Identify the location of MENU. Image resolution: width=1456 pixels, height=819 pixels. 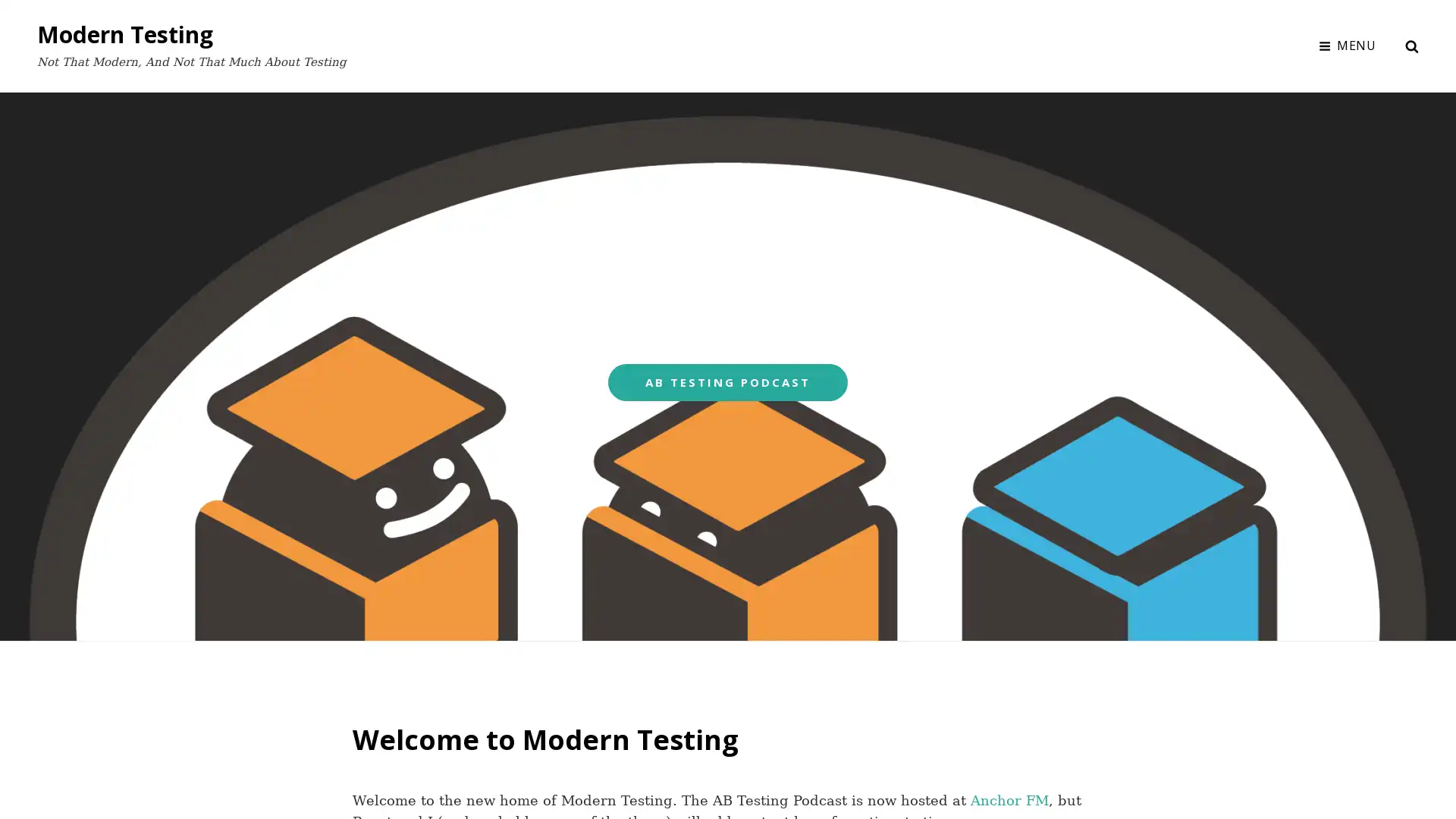
(1347, 45).